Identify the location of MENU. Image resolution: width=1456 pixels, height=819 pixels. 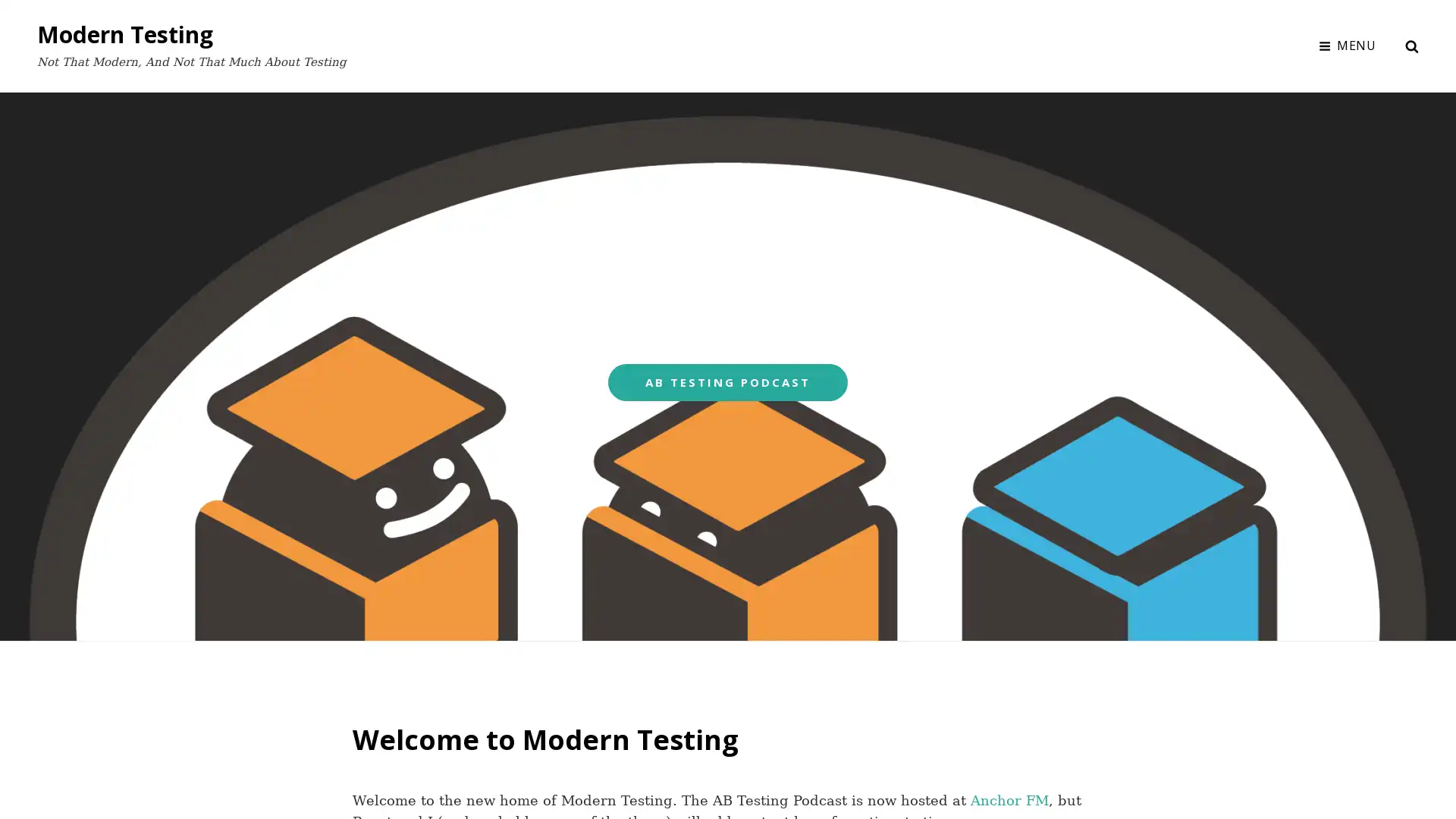
(1347, 45).